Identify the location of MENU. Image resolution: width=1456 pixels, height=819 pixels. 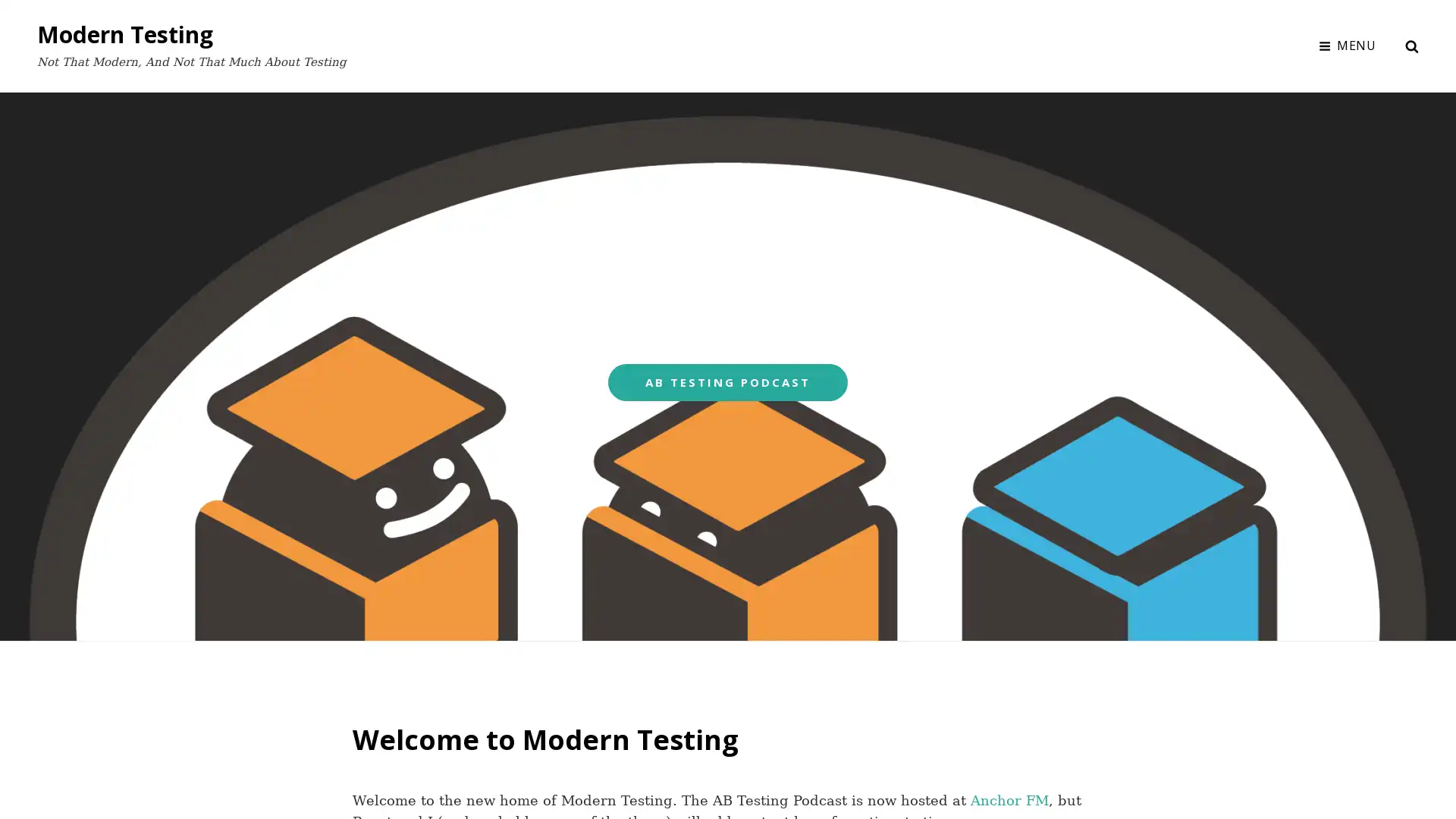
(1347, 45).